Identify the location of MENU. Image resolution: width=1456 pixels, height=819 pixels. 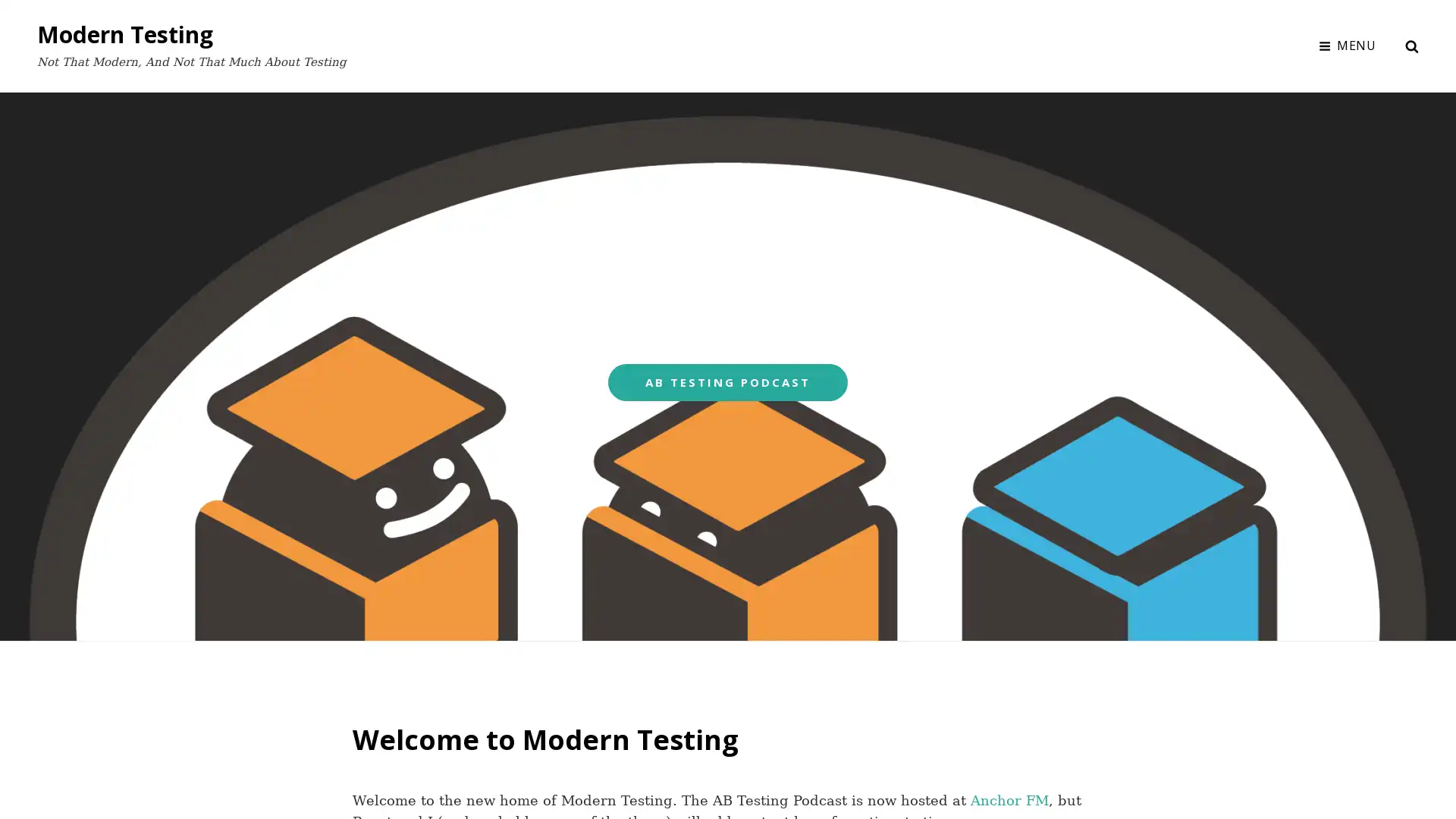
(1347, 45).